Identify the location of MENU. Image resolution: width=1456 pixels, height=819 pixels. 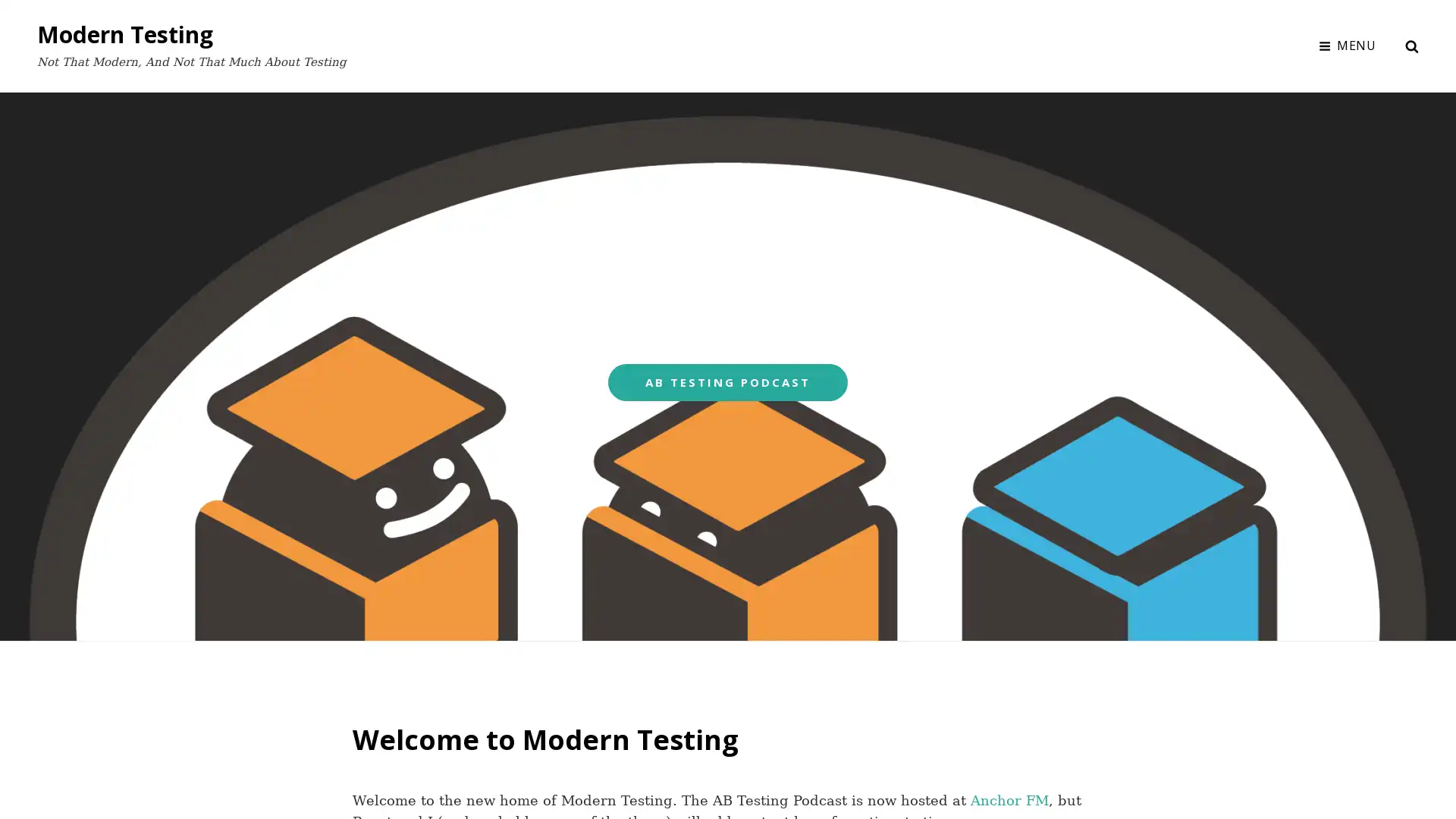
(1347, 45).